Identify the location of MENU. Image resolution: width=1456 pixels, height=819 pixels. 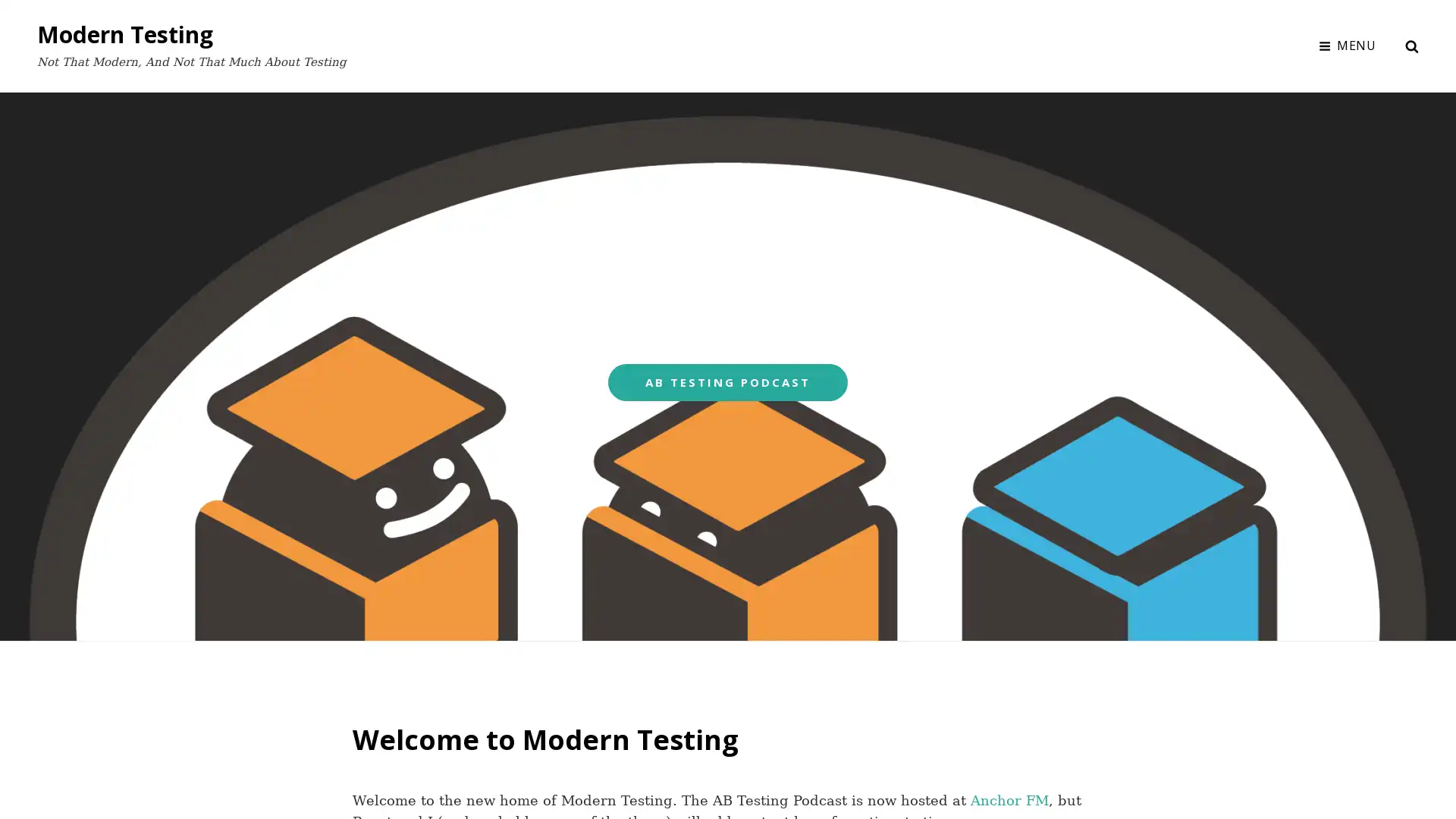
(1347, 45).